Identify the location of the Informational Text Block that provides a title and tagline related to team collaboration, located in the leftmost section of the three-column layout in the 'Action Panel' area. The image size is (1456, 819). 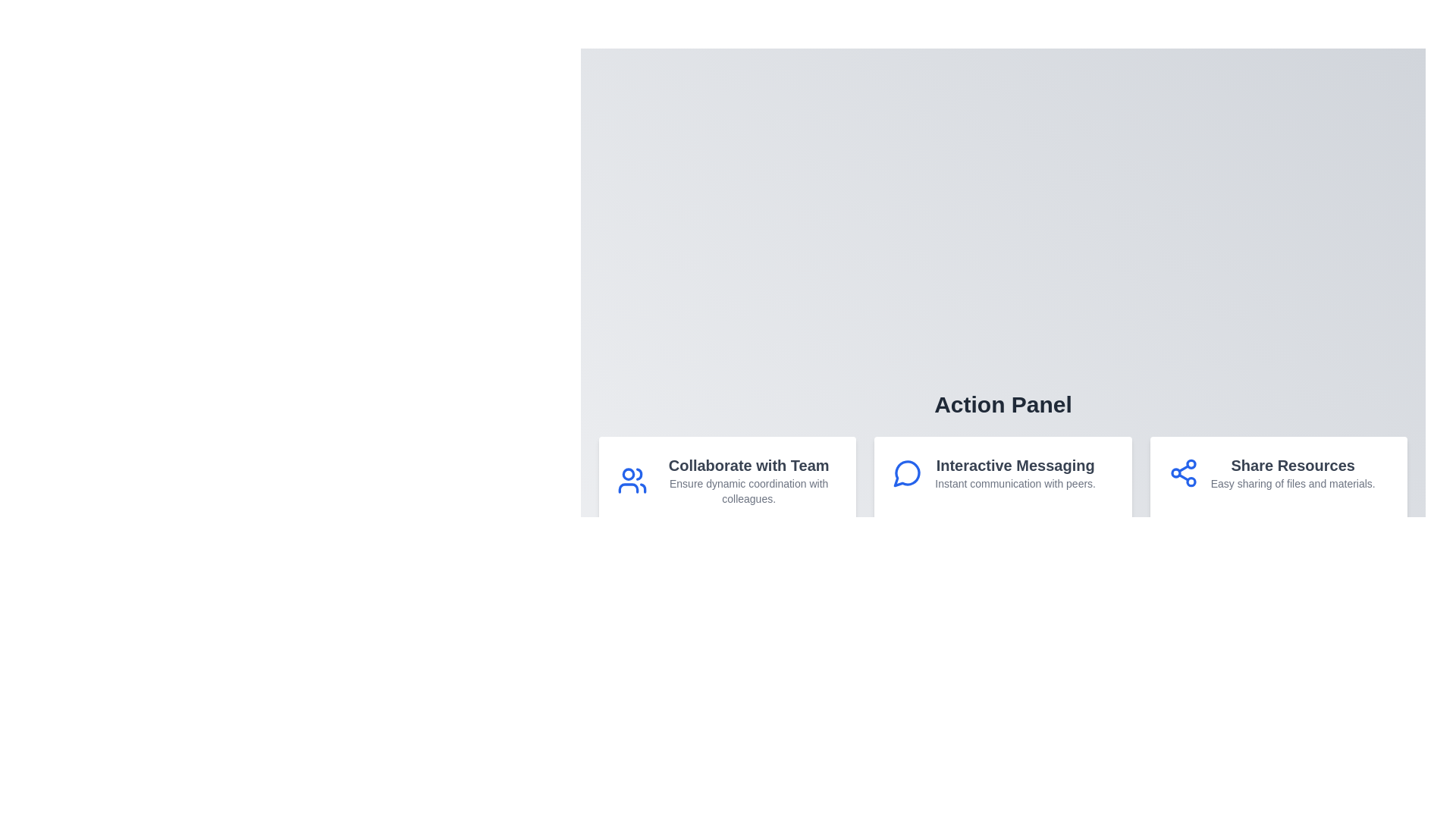
(748, 480).